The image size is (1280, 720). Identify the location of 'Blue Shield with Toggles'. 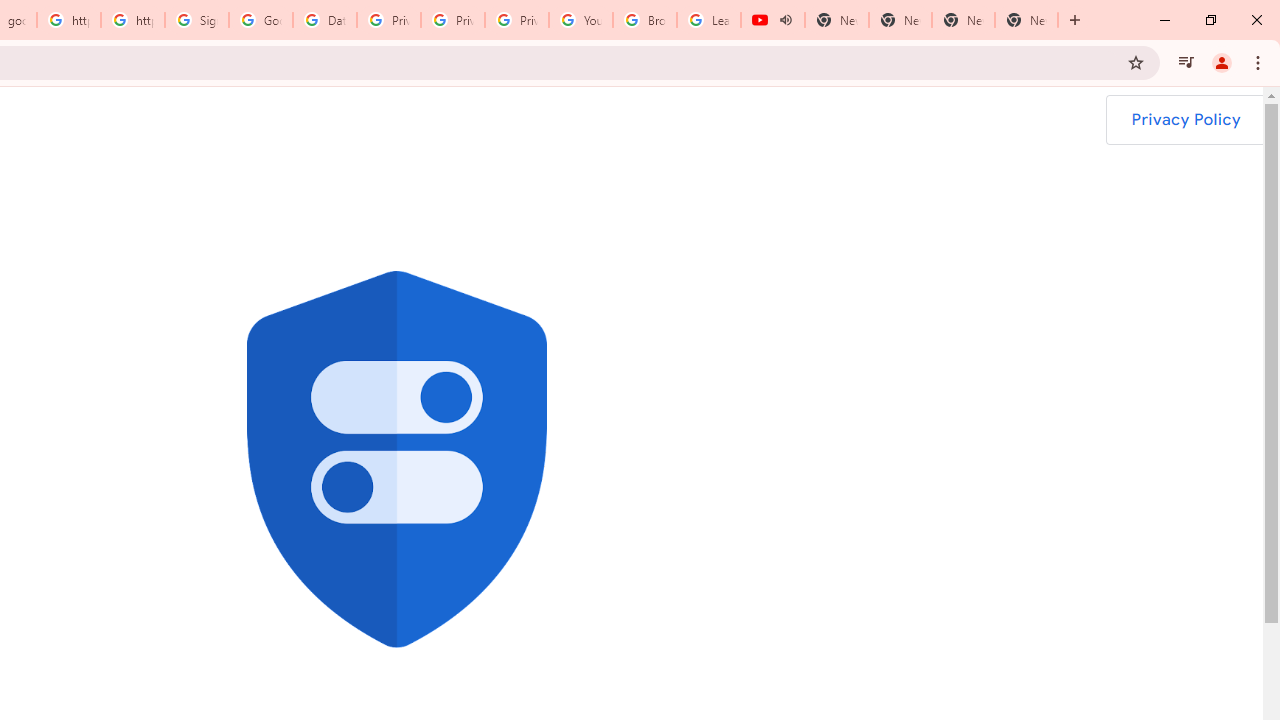
(396, 459).